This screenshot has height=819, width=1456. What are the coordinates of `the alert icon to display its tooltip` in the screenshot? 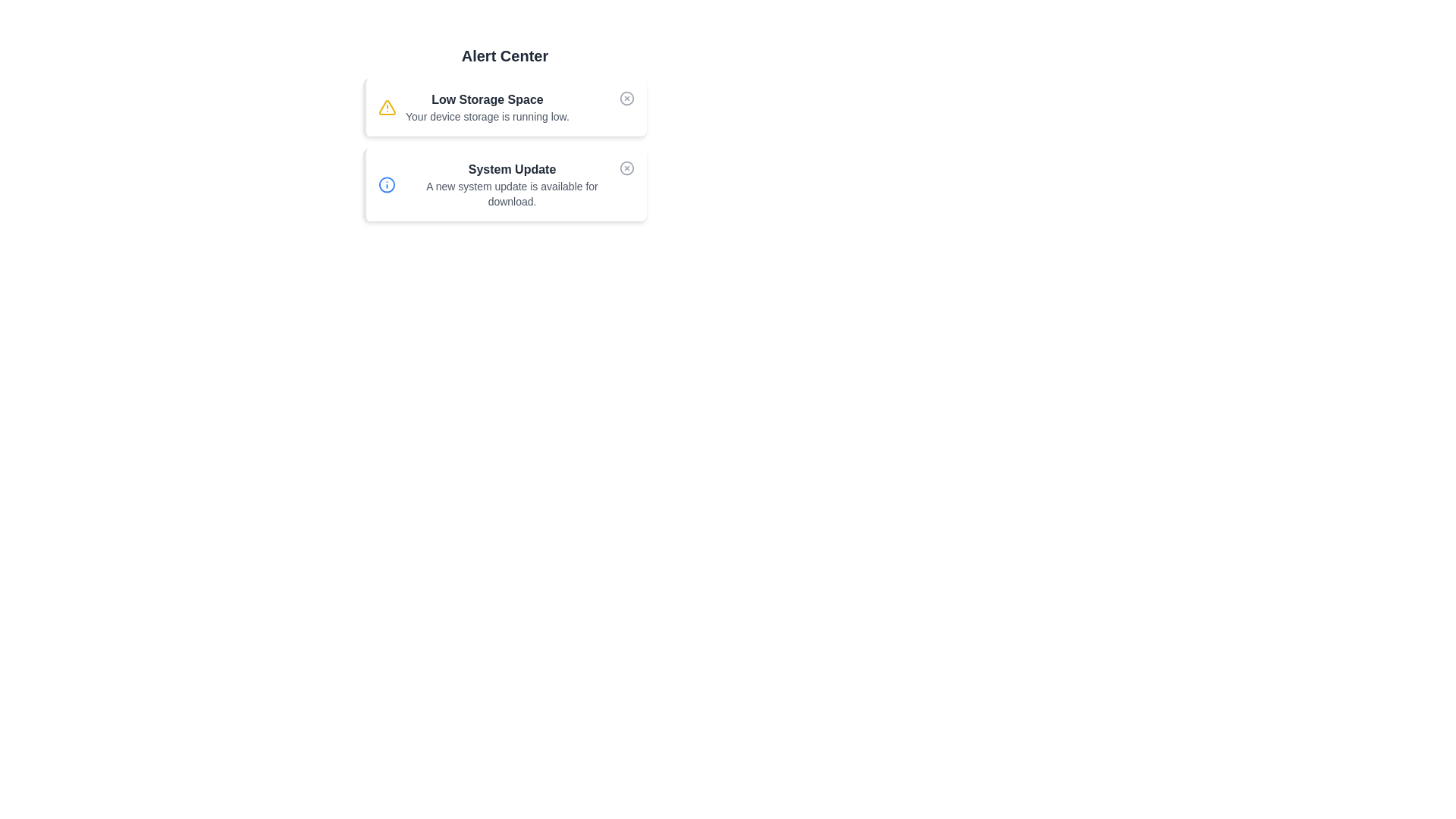 It's located at (387, 107).